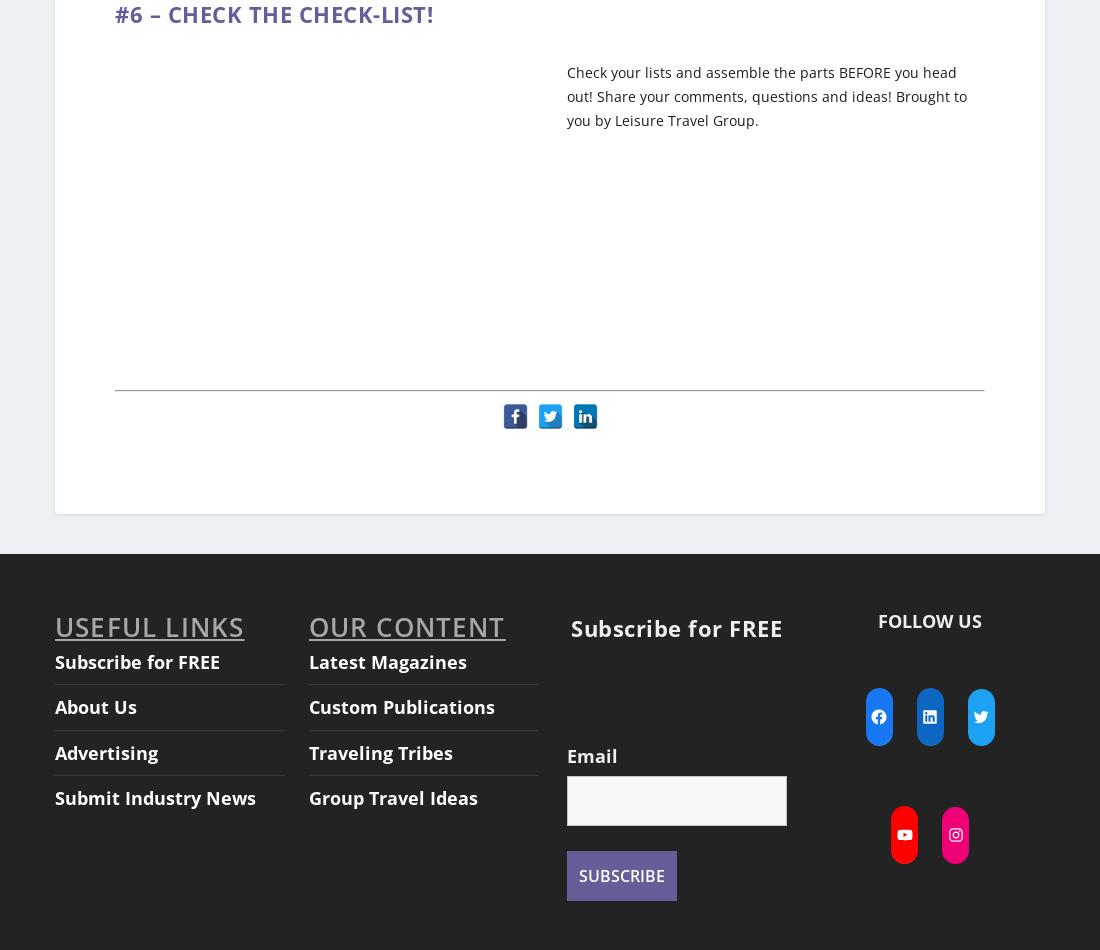 This screenshot has height=950, width=1100. I want to click on 'About Us', so click(54, 687).